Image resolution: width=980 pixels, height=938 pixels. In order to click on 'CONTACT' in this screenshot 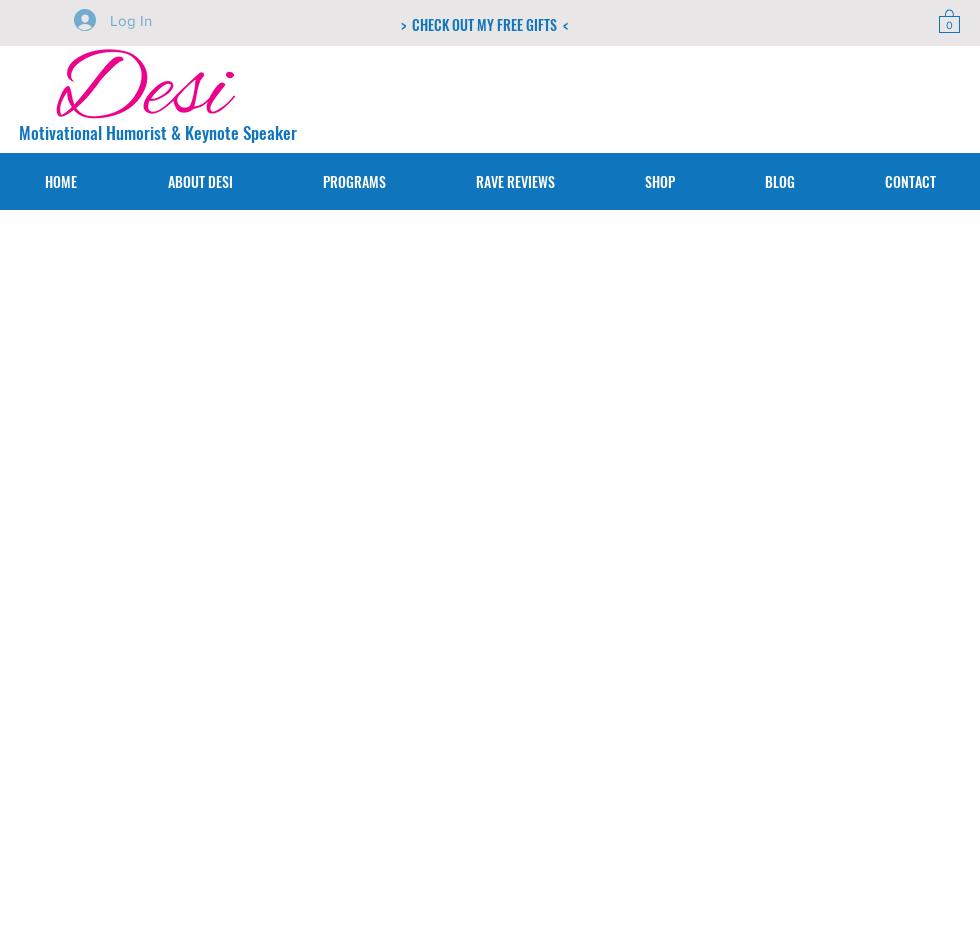, I will do `click(909, 180)`.